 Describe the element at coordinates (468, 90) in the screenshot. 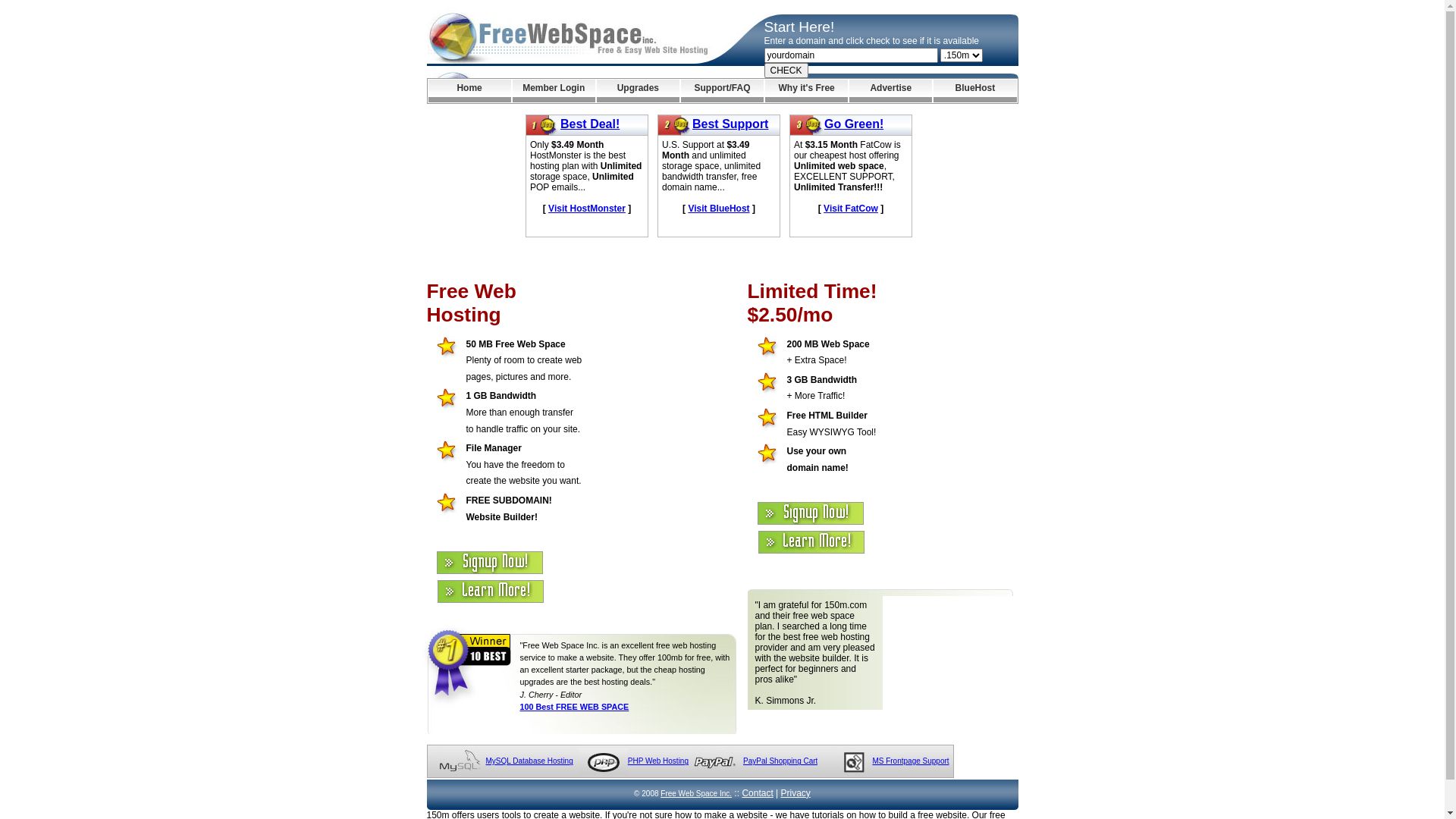

I see `'Home'` at that location.